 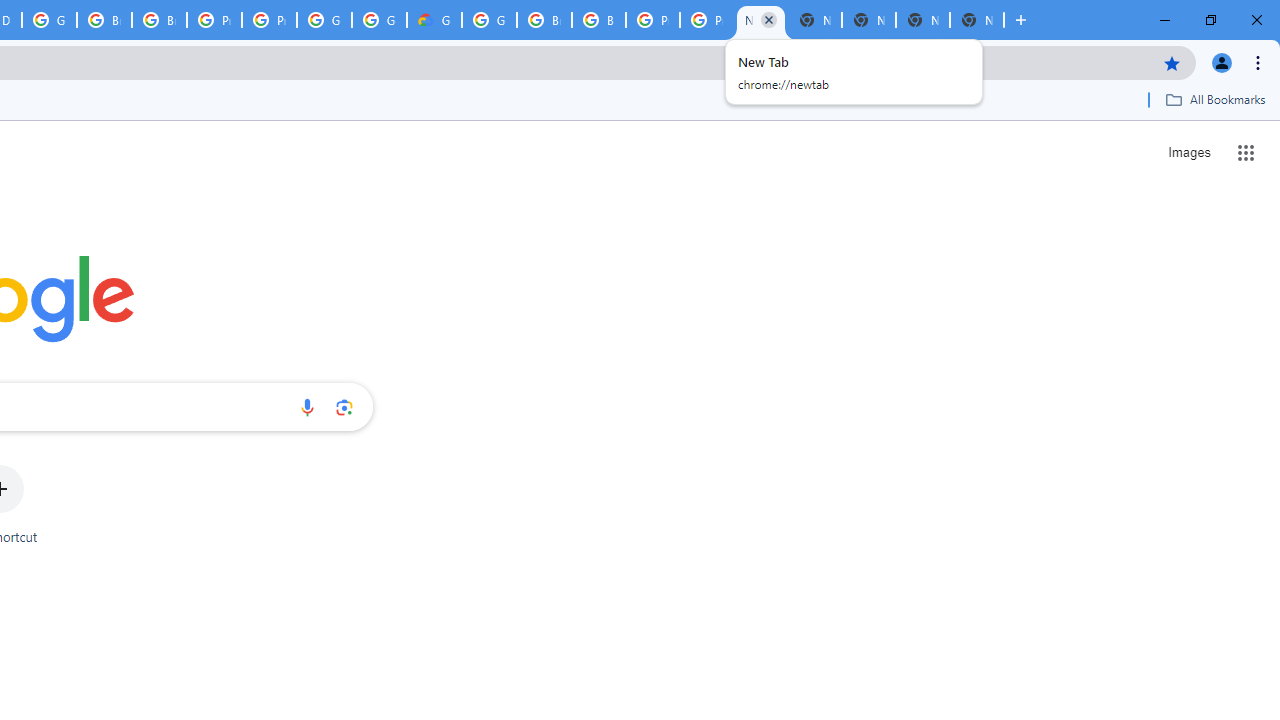 What do you see at coordinates (544, 20) in the screenshot?
I see `'Browse Chrome as a guest - Computer - Google Chrome Help'` at bounding box center [544, 20].